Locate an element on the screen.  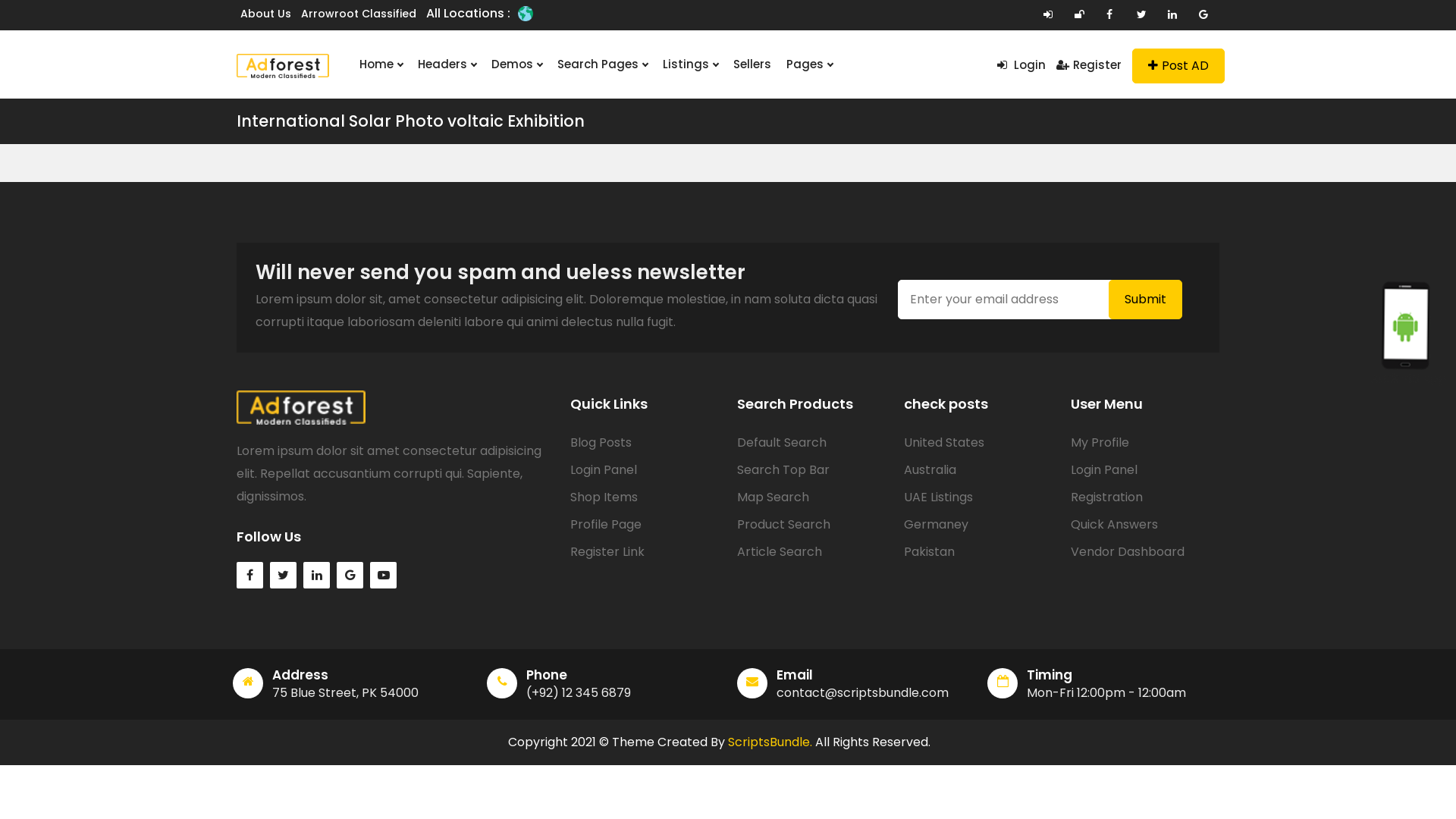
'United States' is located at coordinates (943, 442).